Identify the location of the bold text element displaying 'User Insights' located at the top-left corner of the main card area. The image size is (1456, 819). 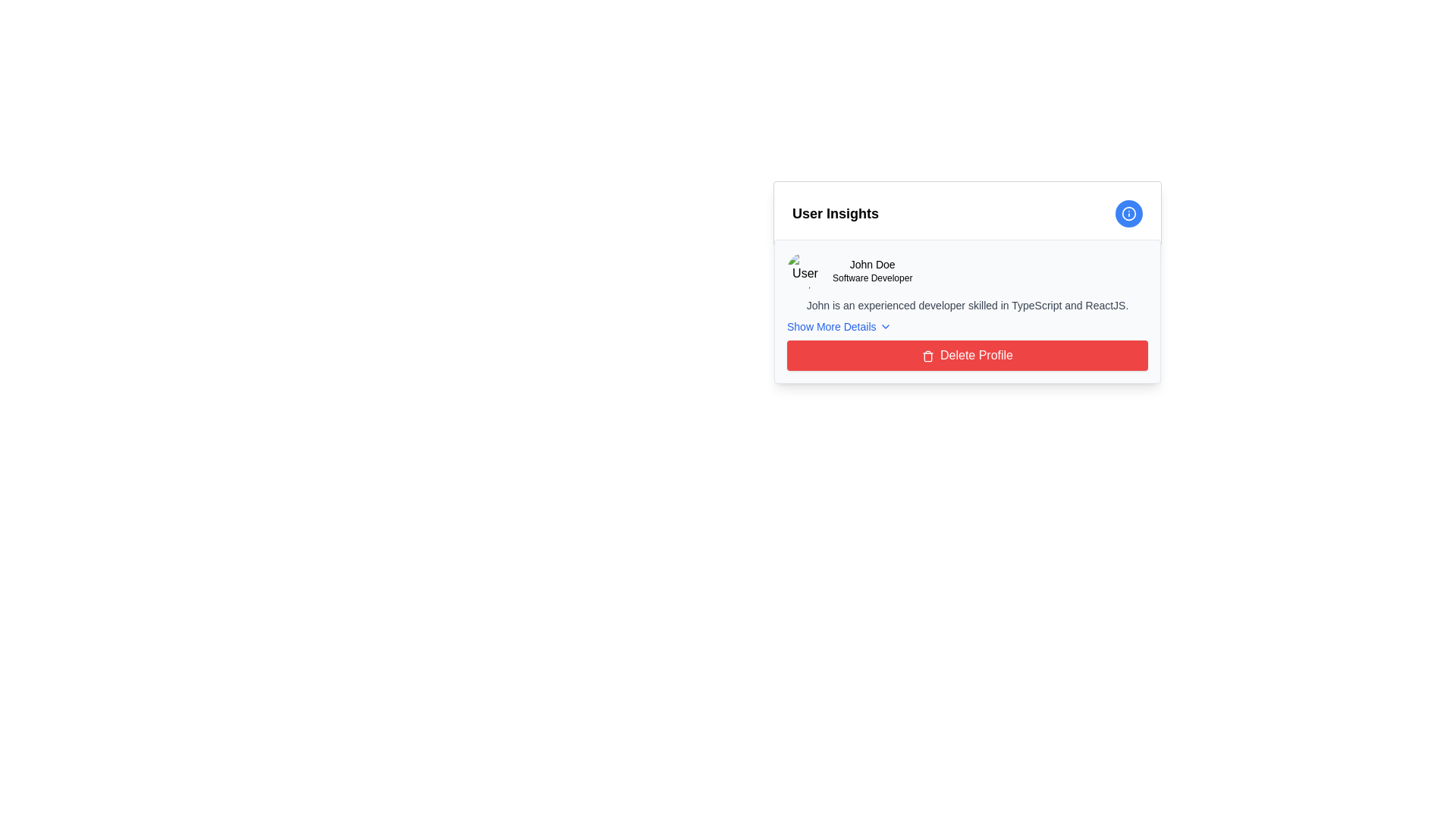
(835, 213).